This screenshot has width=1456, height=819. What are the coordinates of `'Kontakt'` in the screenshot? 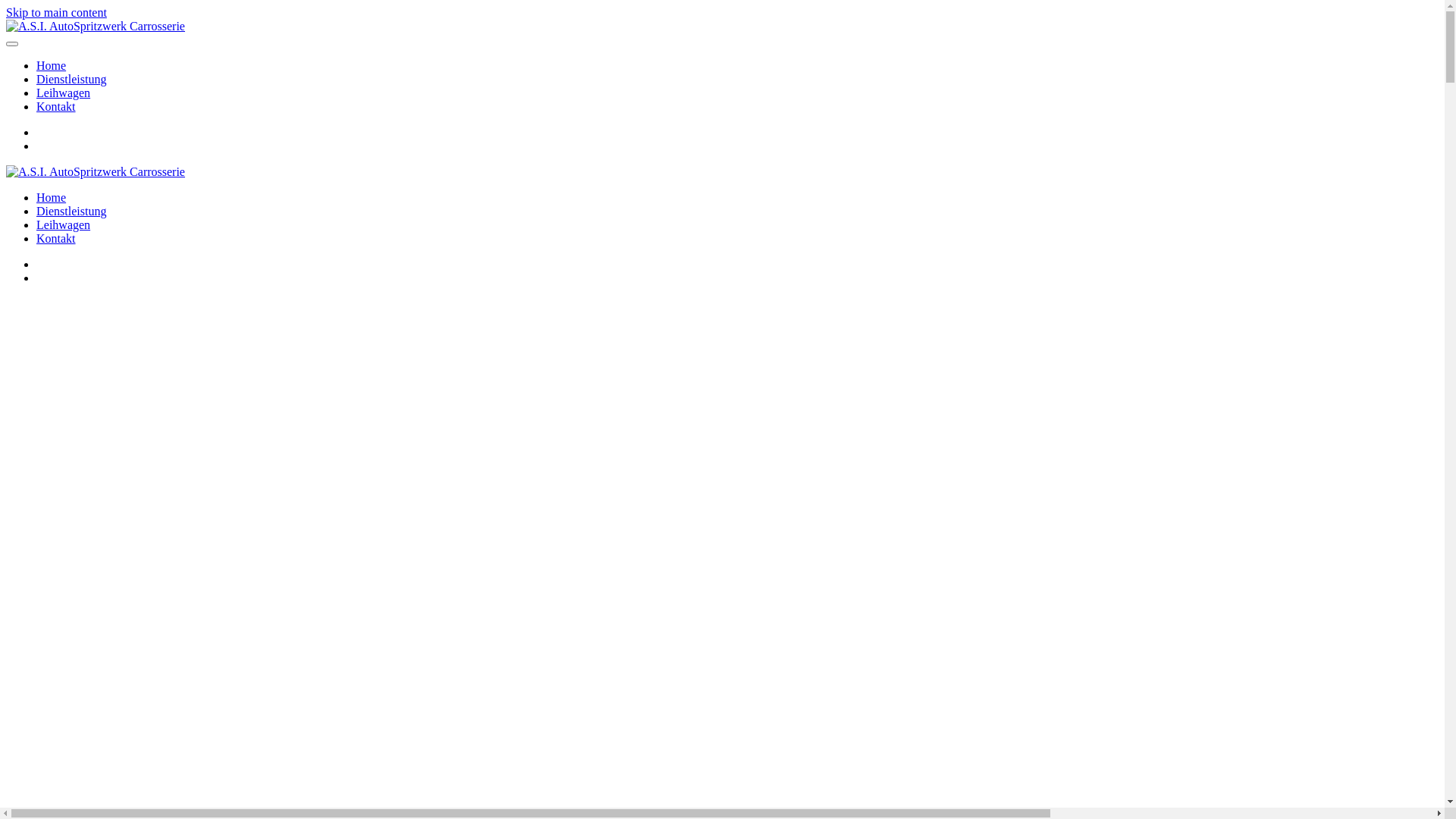 It's located at (55, 105).